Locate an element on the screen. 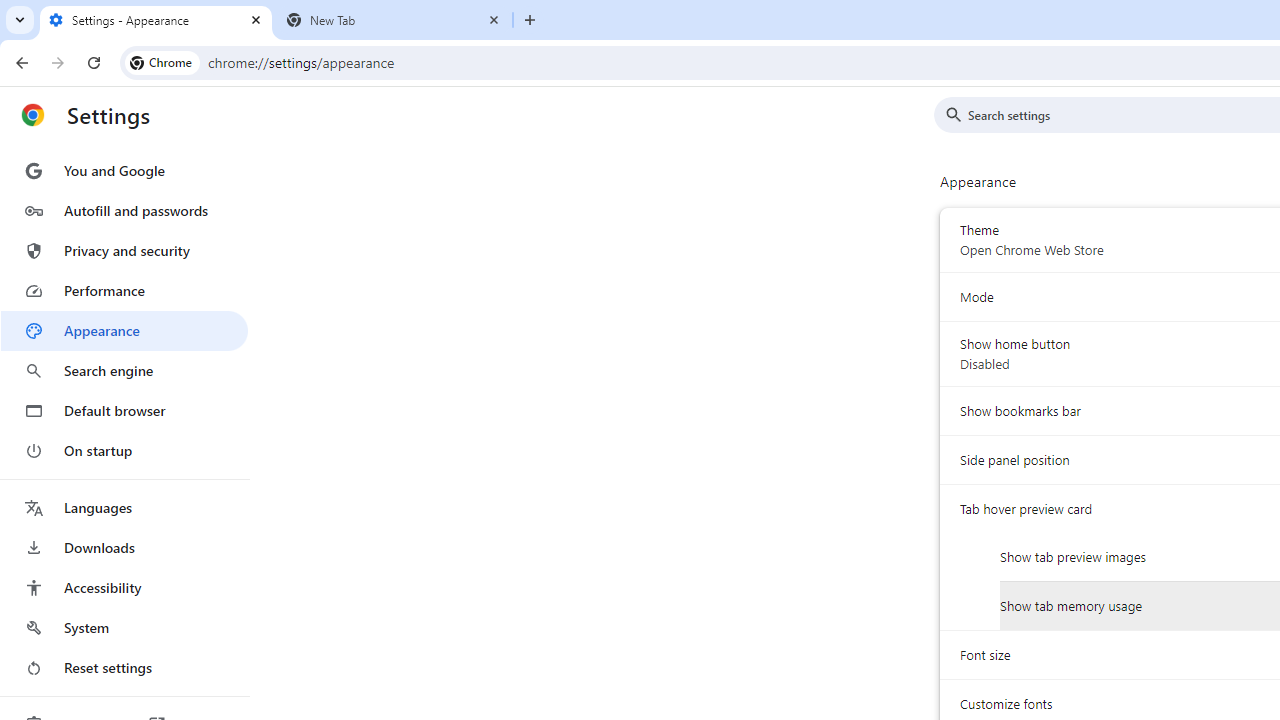 The height and width of the screenshot is (720, 1280). 'Settings - Appearance' is located at coordinates (155, 20).